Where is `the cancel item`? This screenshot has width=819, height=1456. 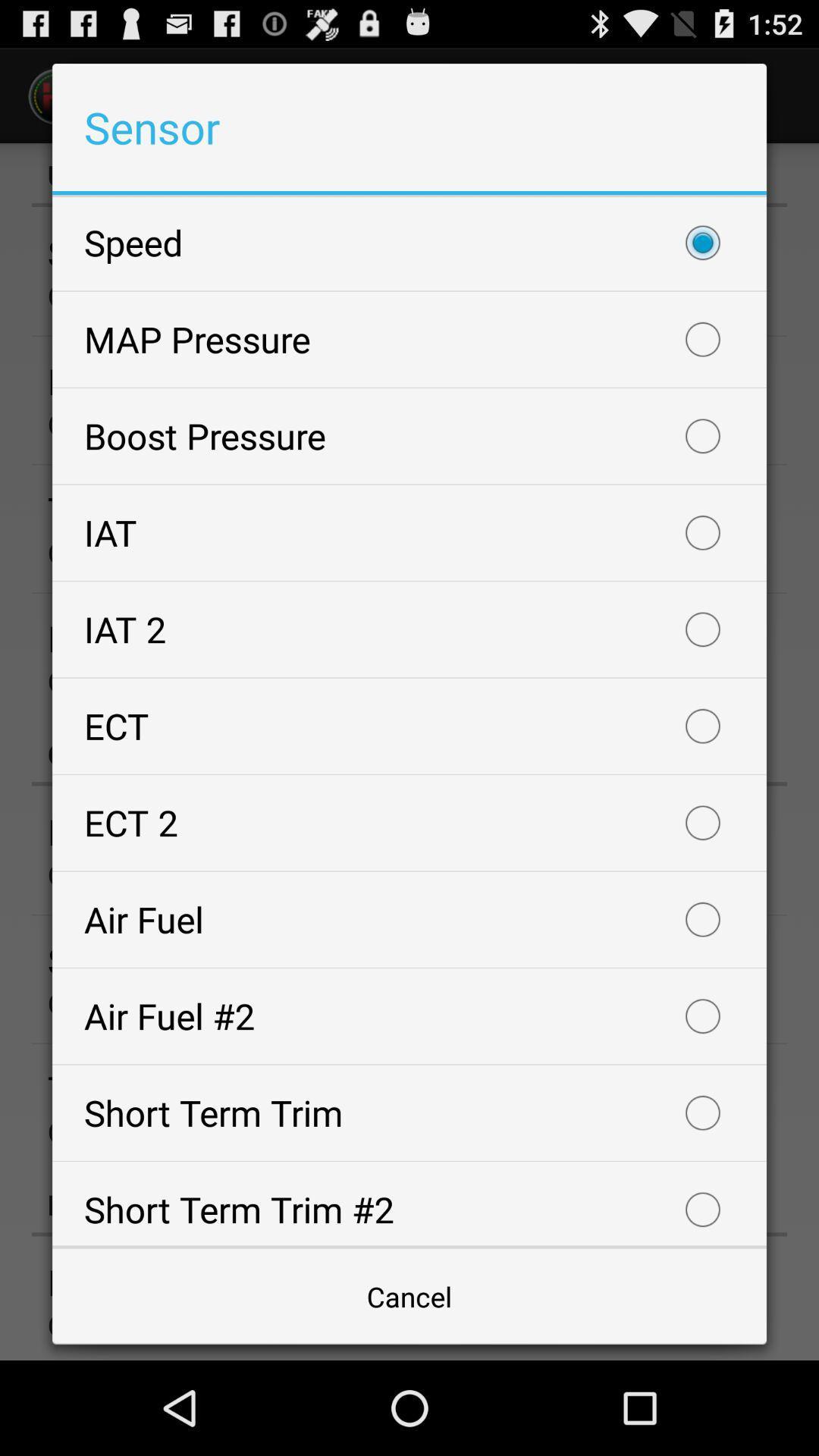
the cancel item is located at coordinates (409, 1295).